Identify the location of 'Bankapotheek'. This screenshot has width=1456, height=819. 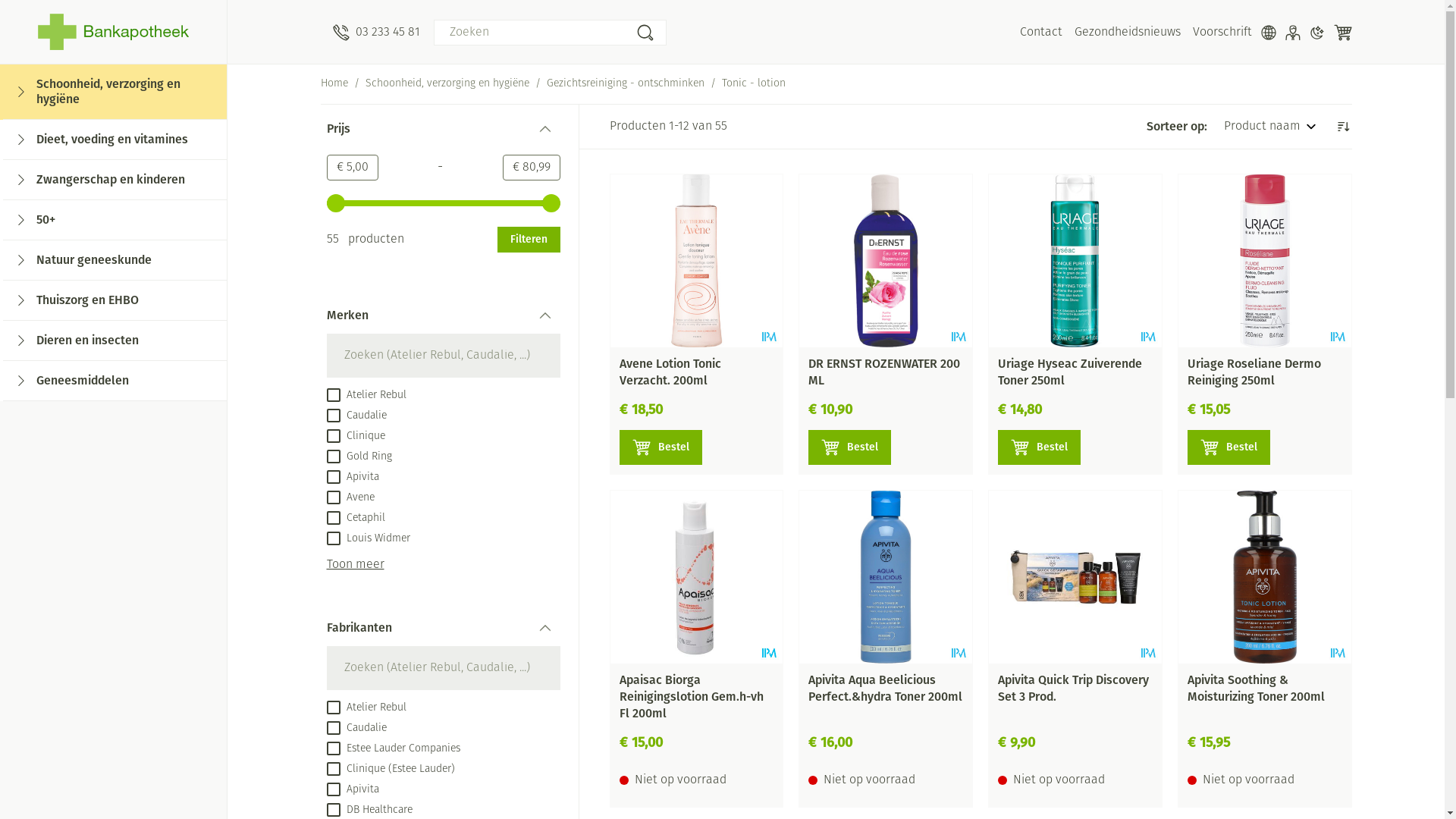
(112, 32).